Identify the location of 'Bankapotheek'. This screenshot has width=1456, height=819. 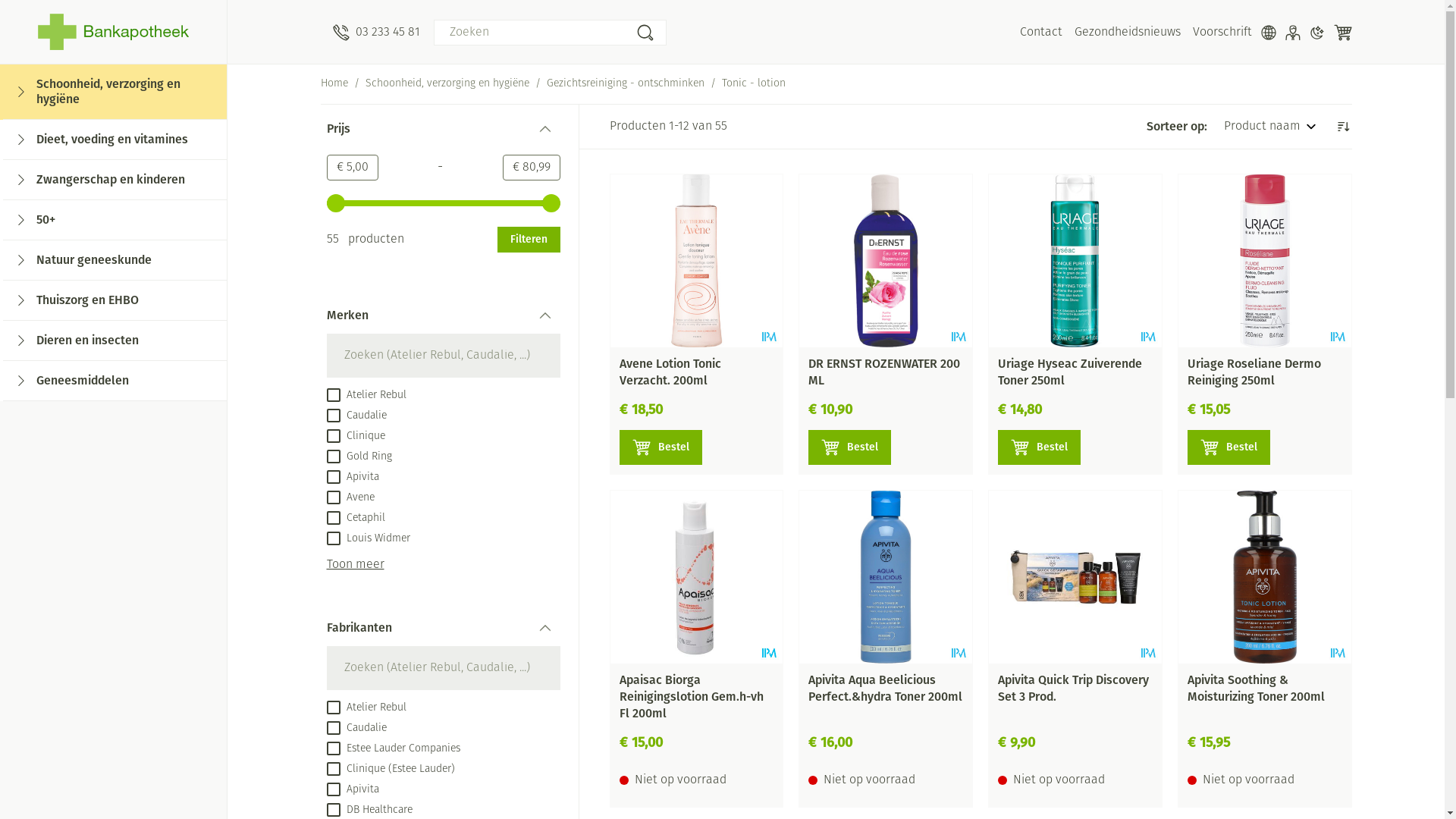
(112, 32).